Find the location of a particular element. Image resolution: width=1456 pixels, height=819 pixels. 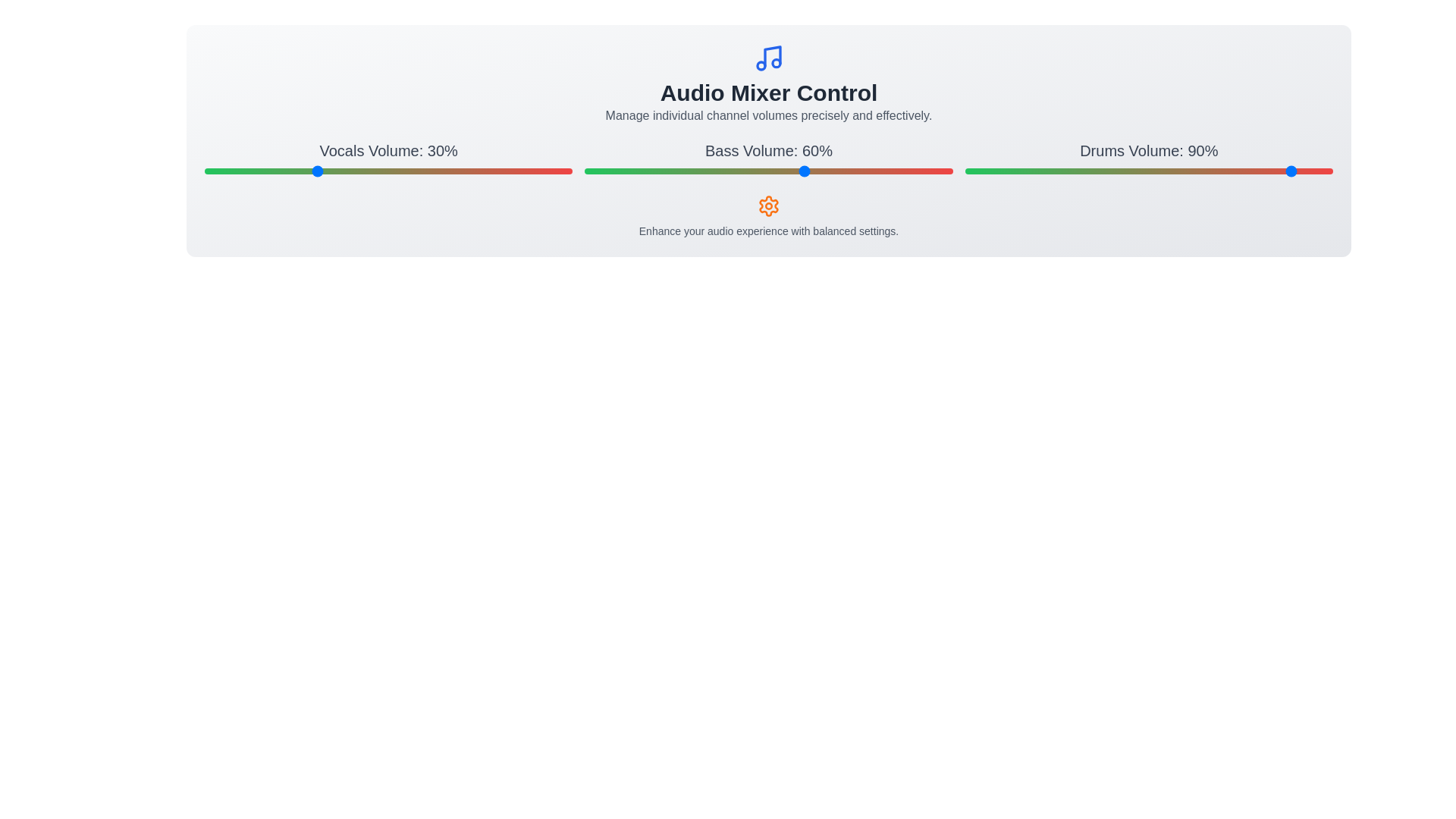

the slider handle to set the volume to 45% for the selected channel is located at coordinates (370, 171).